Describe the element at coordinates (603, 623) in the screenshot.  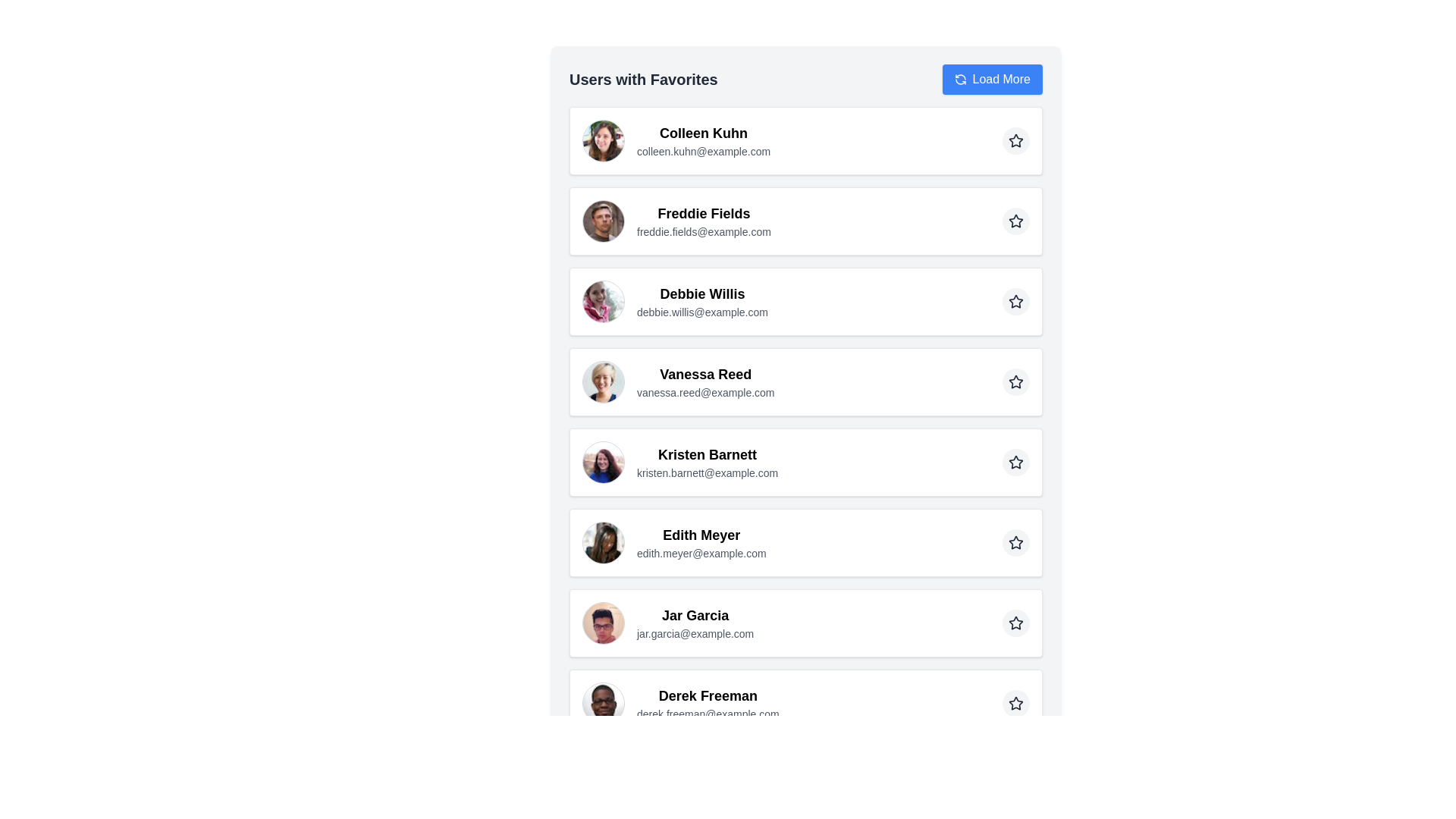
I see `the circular user avatar that depicts a profile picture of an individual, located on the left side of the row` at that location.